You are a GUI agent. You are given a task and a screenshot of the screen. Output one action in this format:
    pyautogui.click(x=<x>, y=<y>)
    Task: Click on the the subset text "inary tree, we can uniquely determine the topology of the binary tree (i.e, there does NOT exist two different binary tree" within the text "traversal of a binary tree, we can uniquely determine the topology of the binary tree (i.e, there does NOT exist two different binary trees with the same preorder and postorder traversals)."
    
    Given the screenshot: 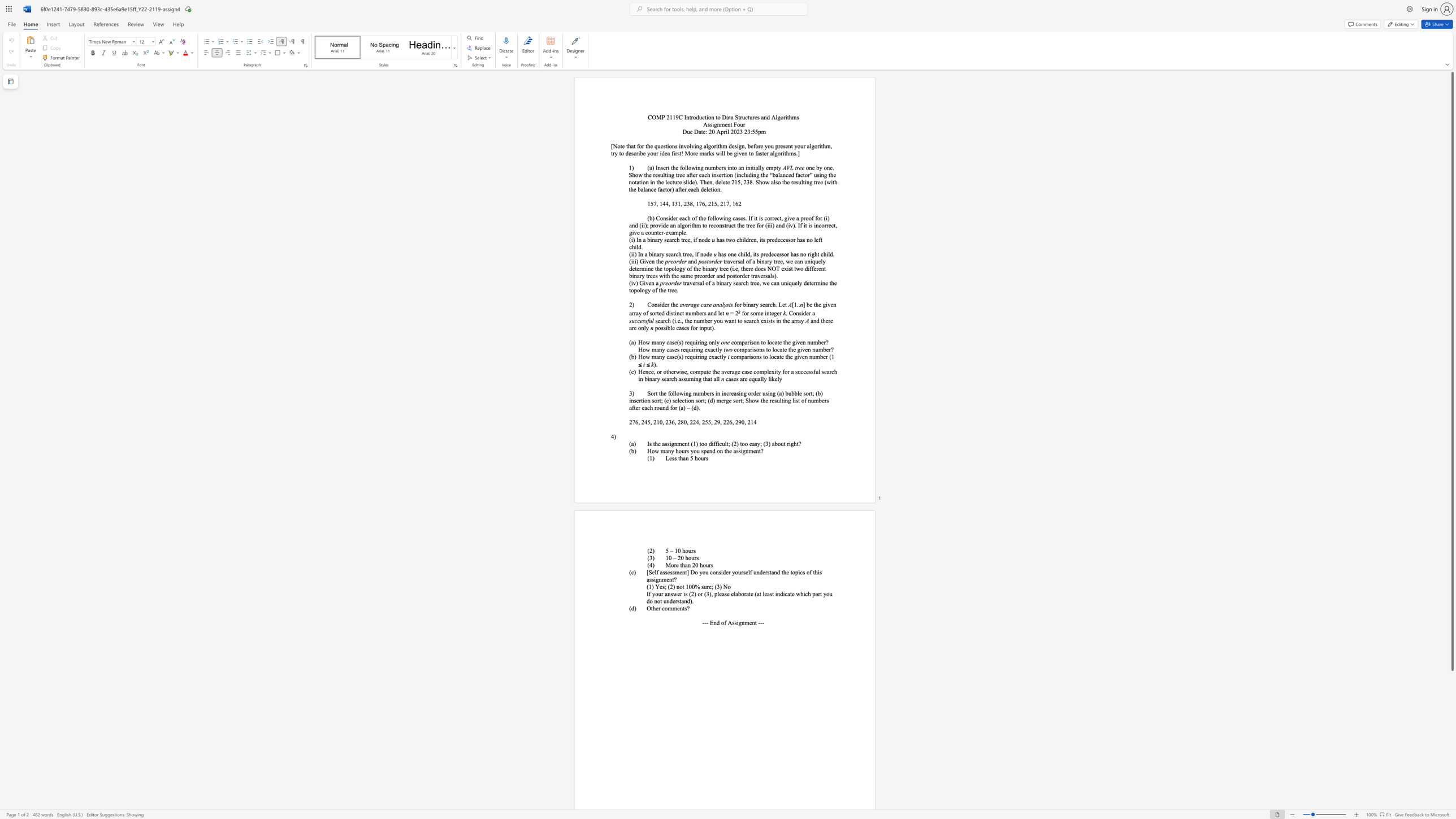 What is the action you would take?
    pyautogui.click(x=759, y=261)
    